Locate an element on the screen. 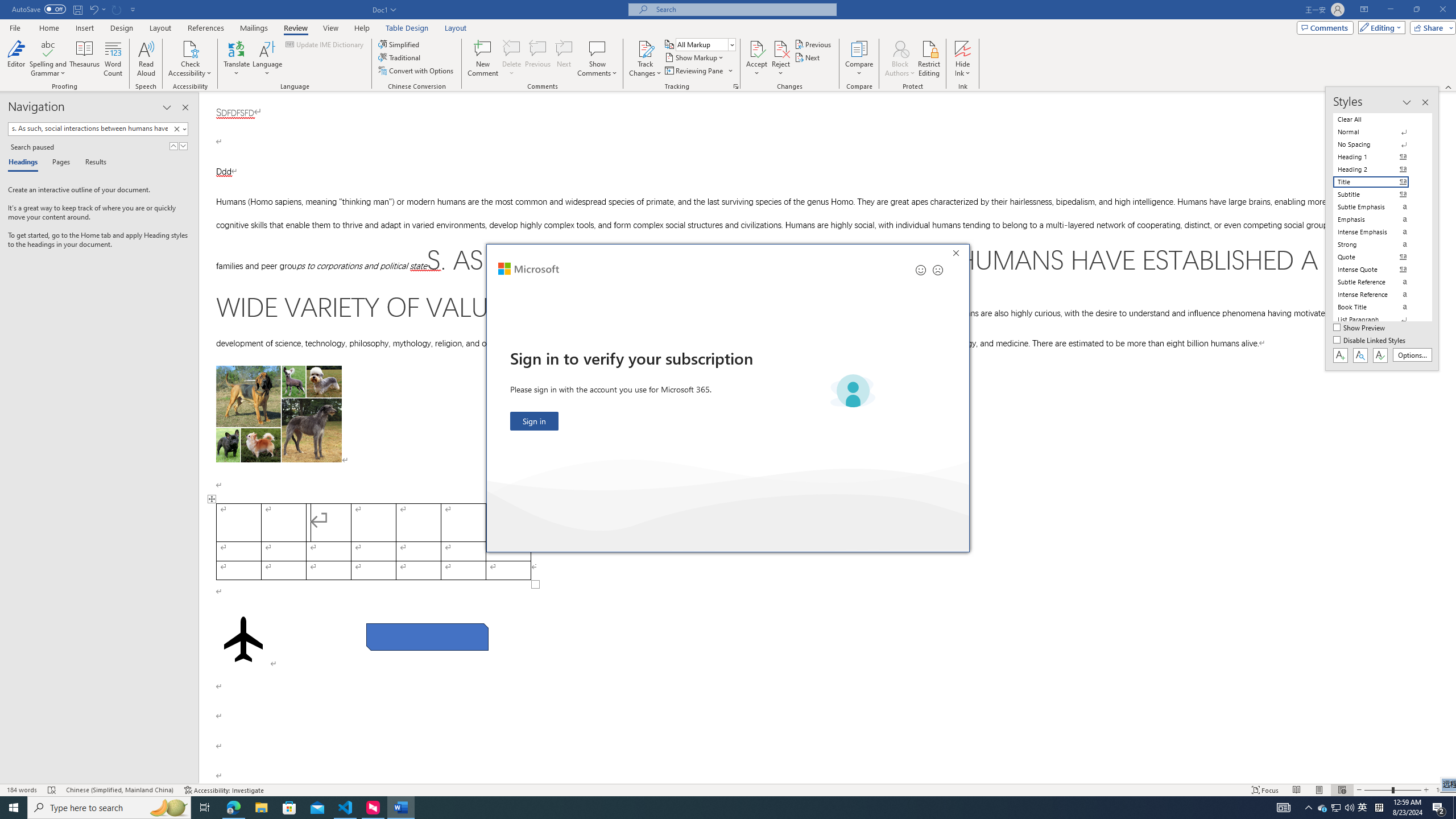 The height and width of the screenshot is (819, 1456). 'Strong' is located at coordinates (1378, 243).